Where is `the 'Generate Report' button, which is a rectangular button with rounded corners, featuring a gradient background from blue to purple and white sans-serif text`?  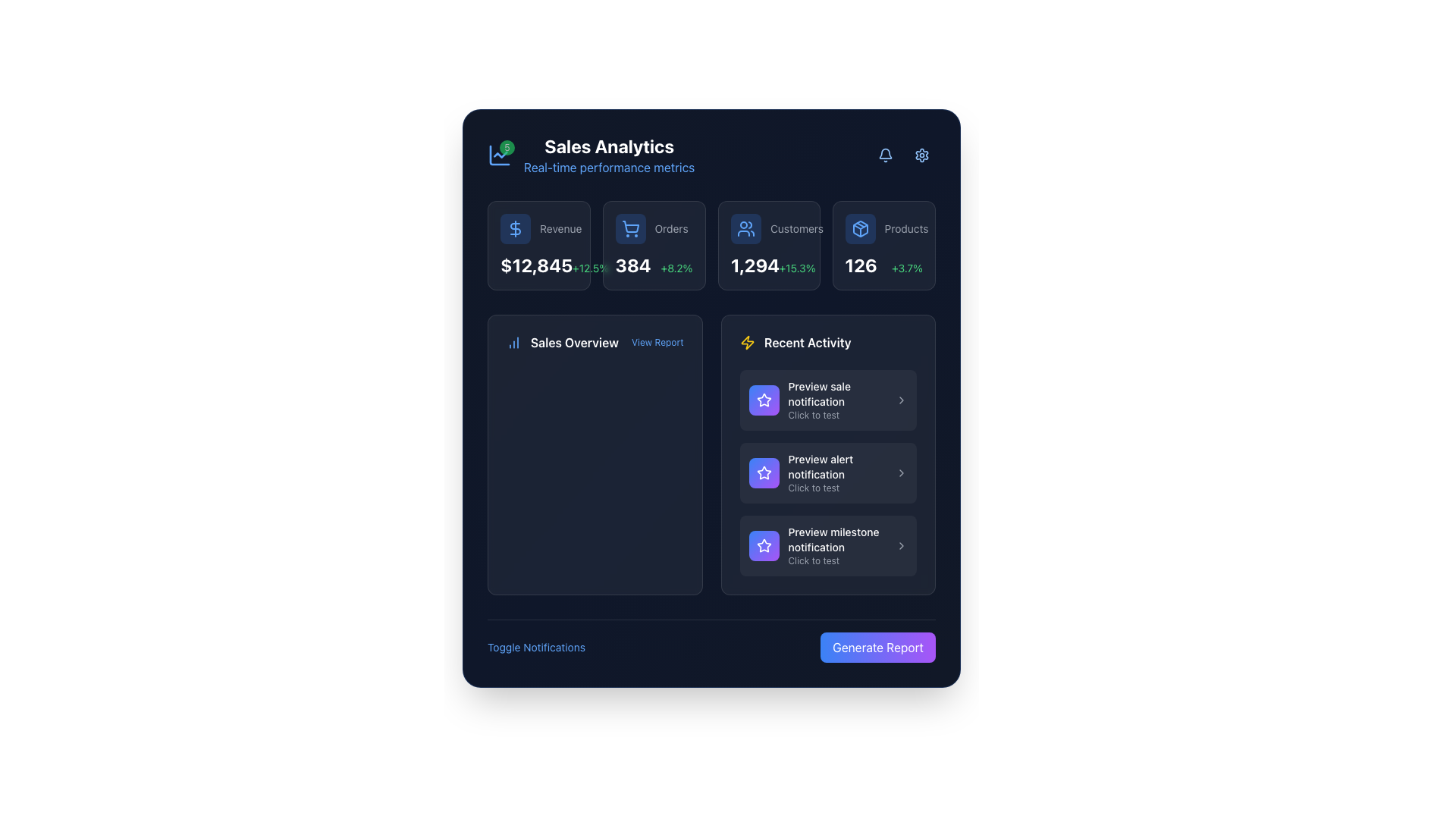 the 'Generate Report' button, which is a rectangular button with rounded corners, featuring a gradient background from blue to purple and white sans-serif text is located at coordinates (878, 647).